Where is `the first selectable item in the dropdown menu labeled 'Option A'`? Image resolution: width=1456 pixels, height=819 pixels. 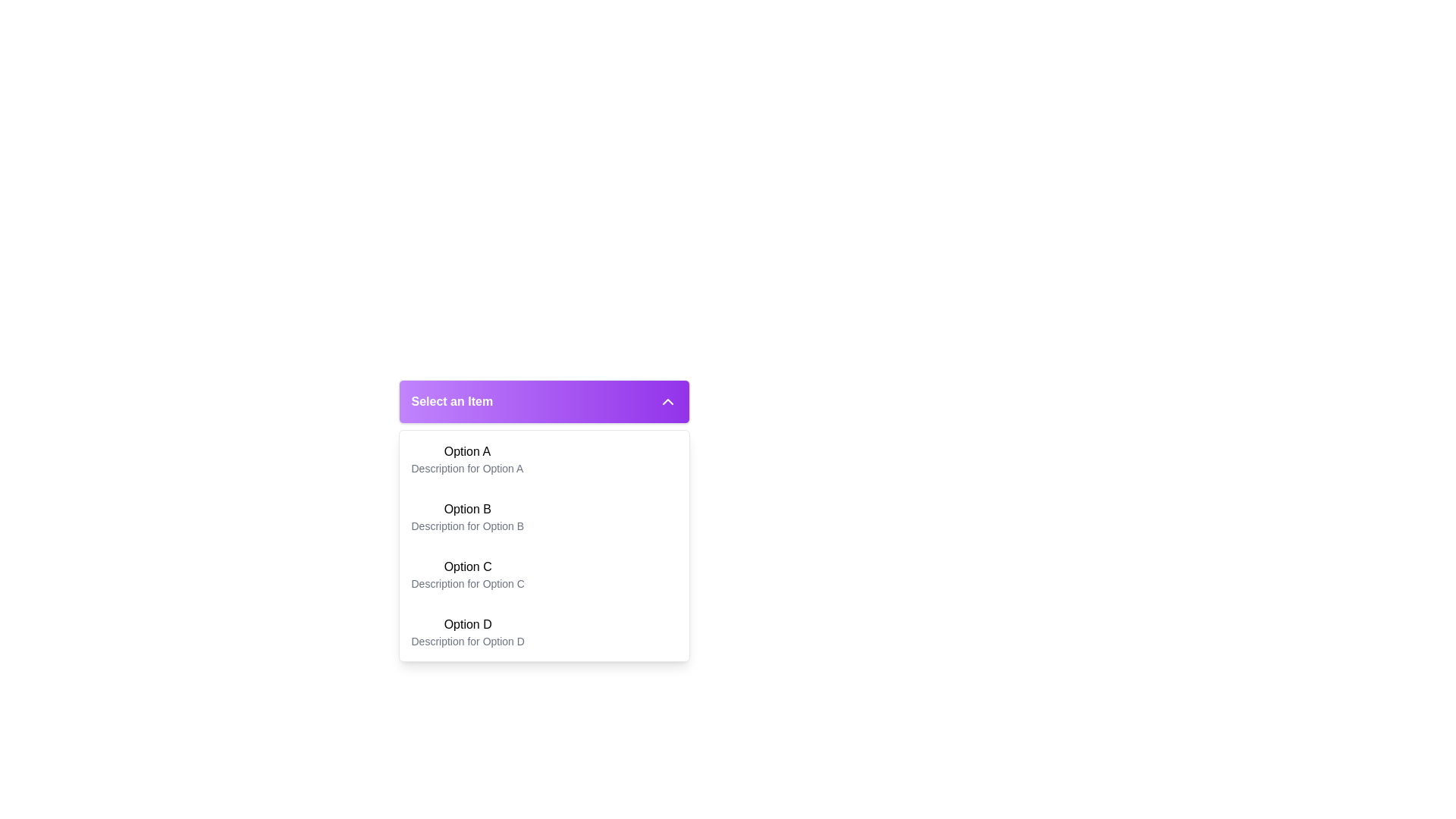 the first selectable item in the dropdown menu labeled 'Option A' is located at coordinates (466, 458).